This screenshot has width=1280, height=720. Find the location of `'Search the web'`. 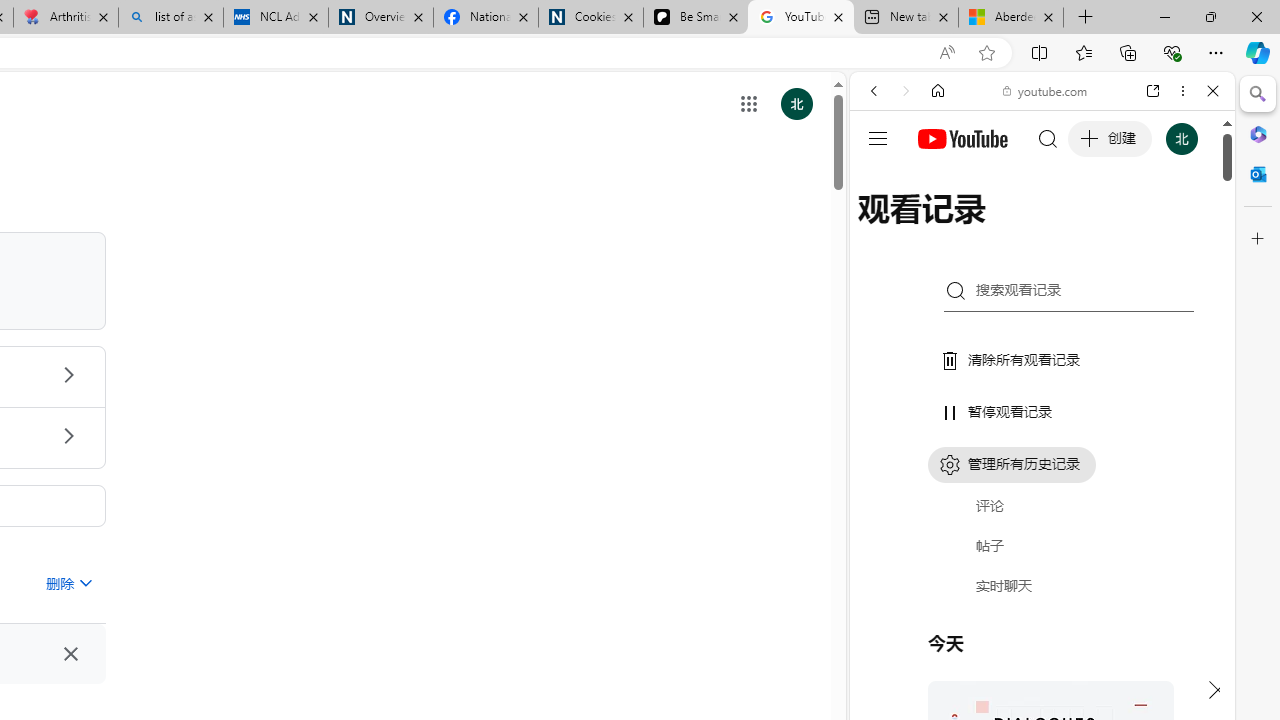

'Search the web' is located at coordinates (1051, 137).